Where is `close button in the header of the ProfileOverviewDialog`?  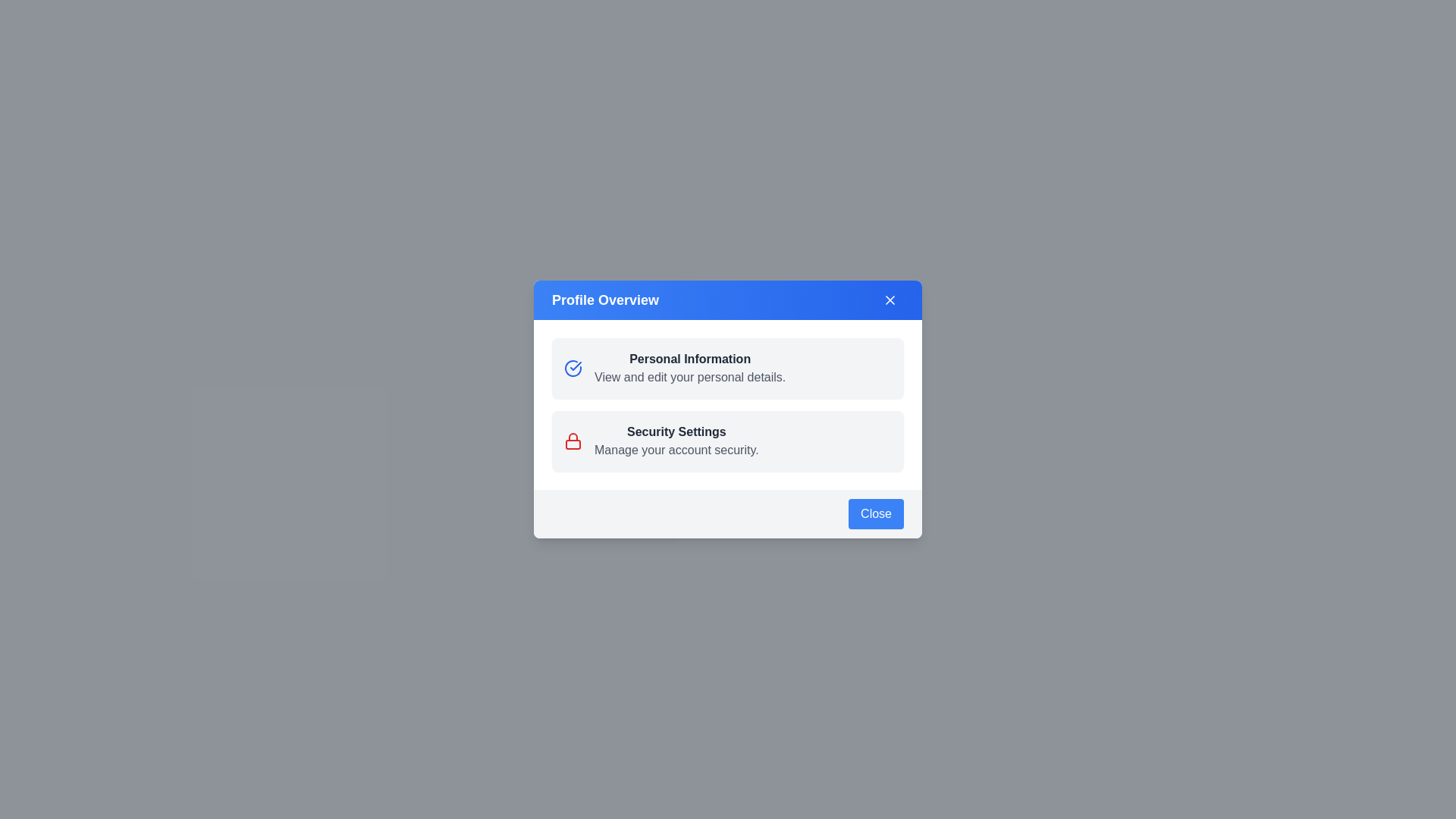
close button in the header of the ProfileOverviewDialog is located at coordinates (890, 300).